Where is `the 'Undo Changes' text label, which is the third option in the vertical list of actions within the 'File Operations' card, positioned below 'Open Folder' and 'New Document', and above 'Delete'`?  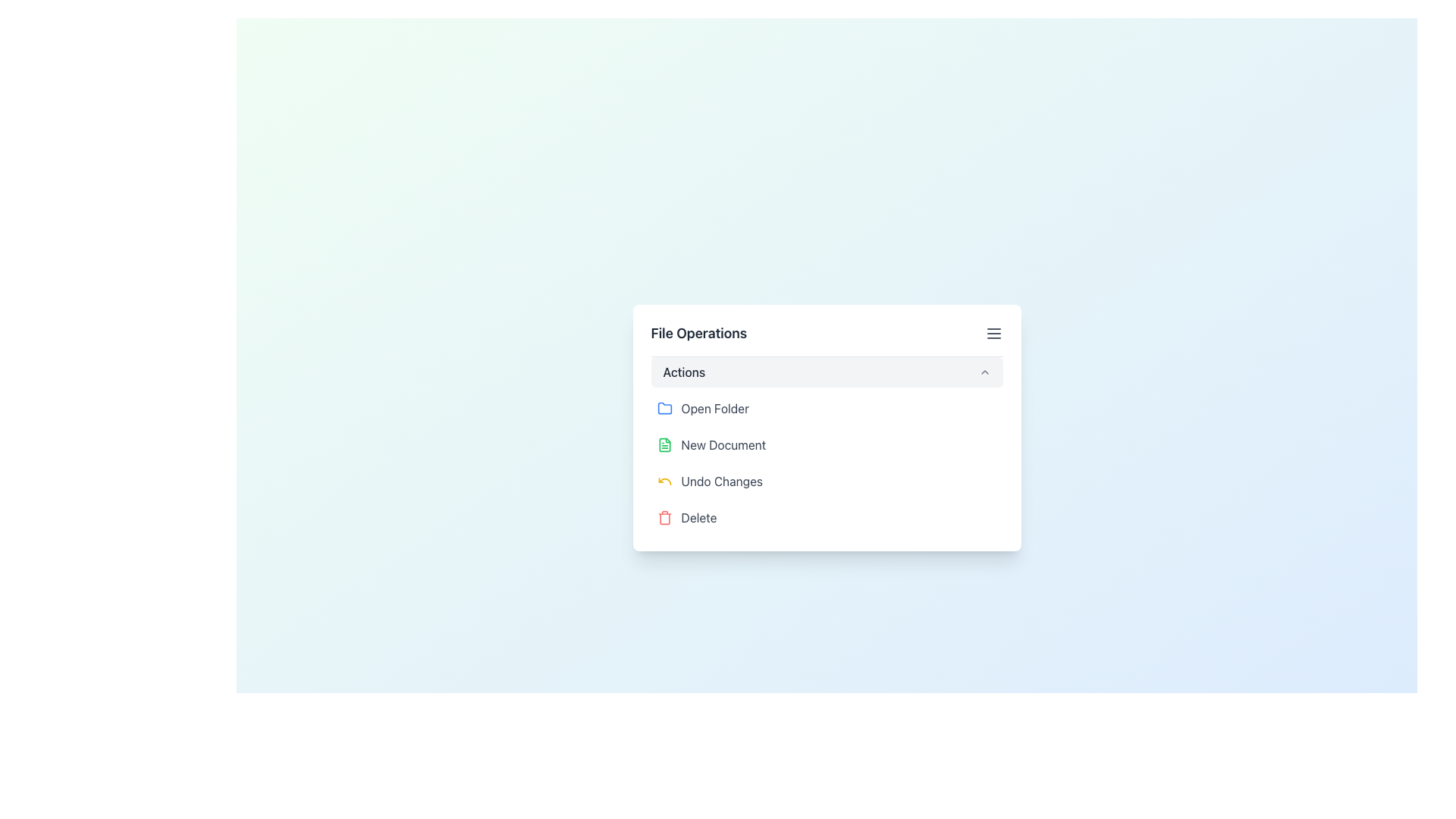 the 'Undo Changes' text label, which is the third option in the vertical list of actions within the 'File Operations' card, positioned below 'Open Folder' and 'New Document', and above 'Delete' is located at coordinates (721, 481).